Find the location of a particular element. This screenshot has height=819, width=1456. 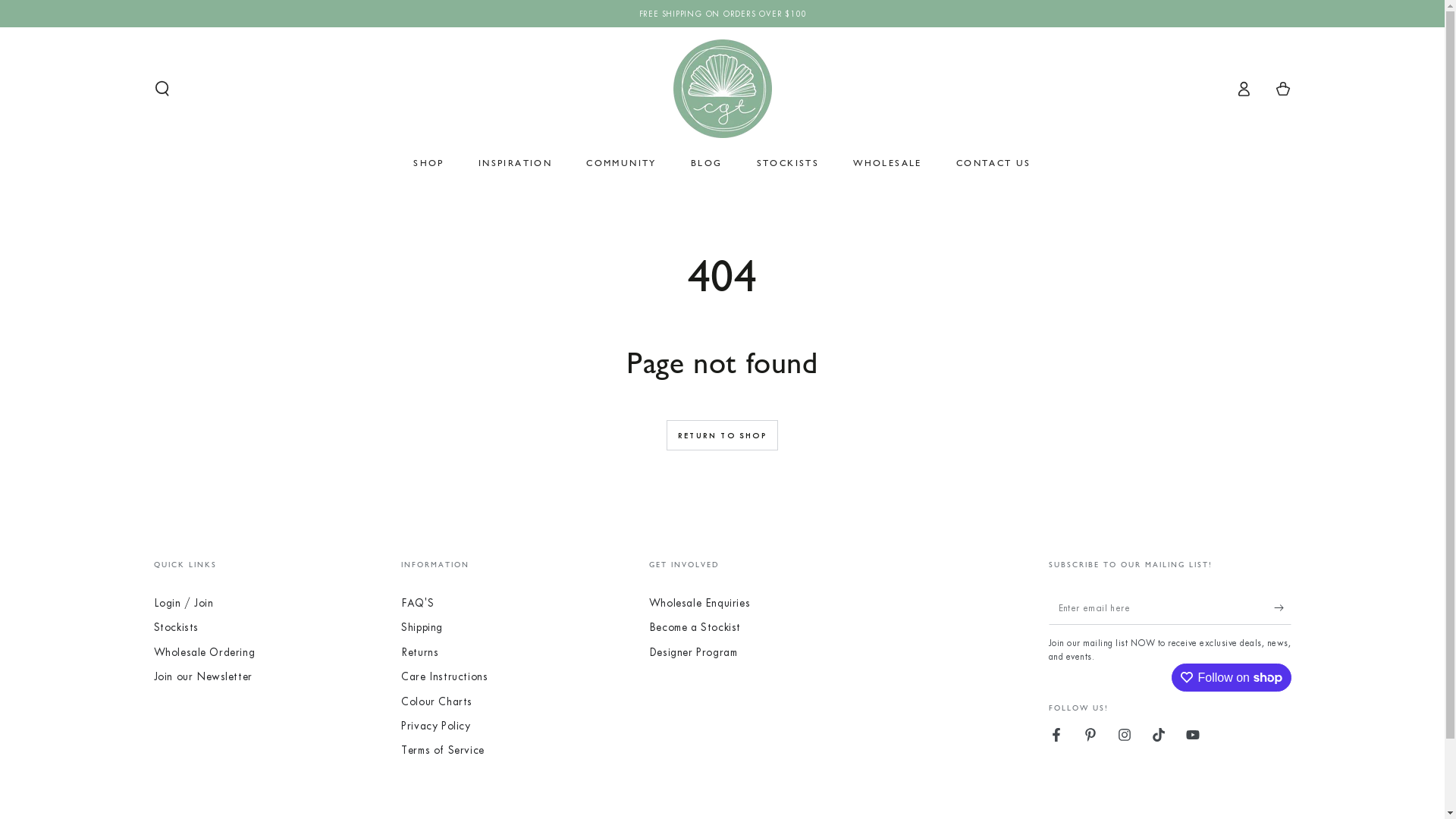

'WHOLESALE' is located at coordinates (887, 163).